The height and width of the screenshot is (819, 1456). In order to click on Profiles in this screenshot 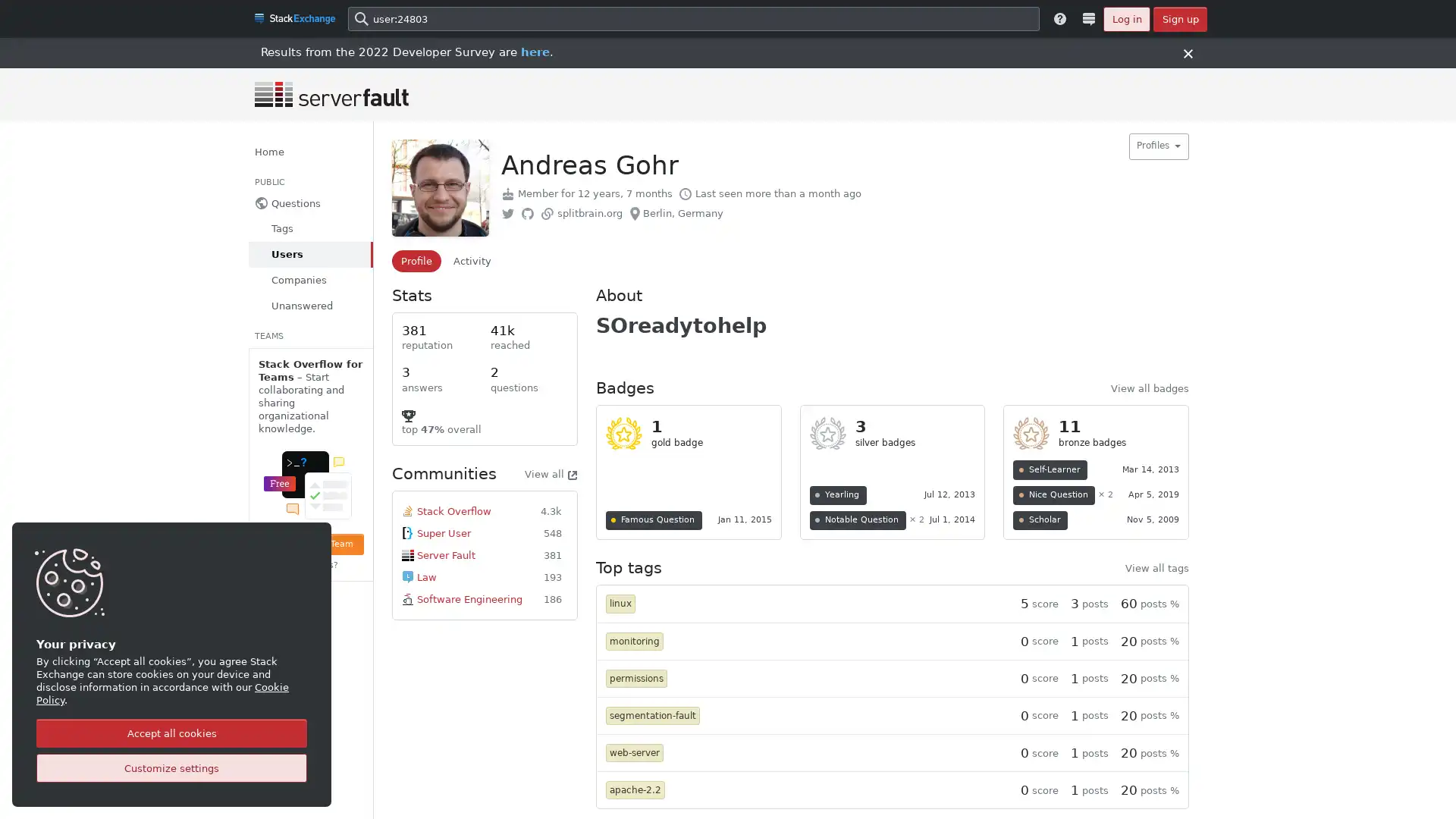, I will do `click(1157, 146)`.